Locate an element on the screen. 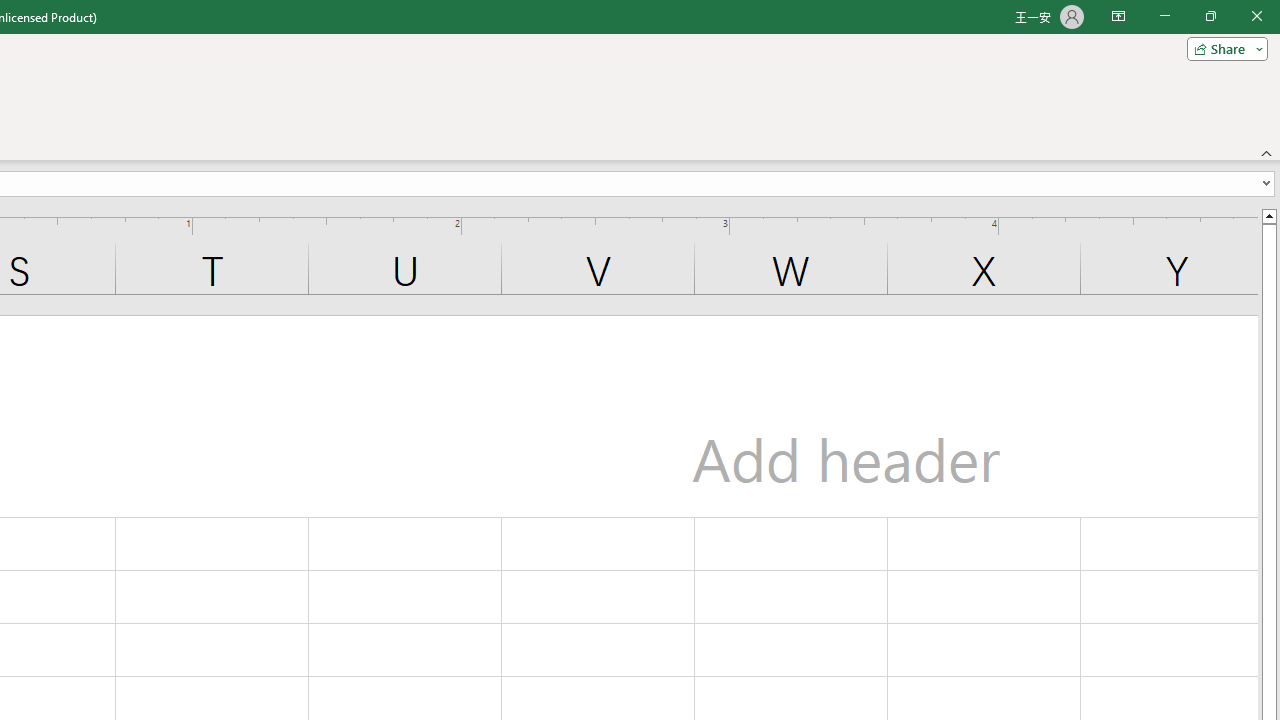 The height and width of the screenshot is (720, 1280). 'Minimize' is located at coordinates (1164, 16).